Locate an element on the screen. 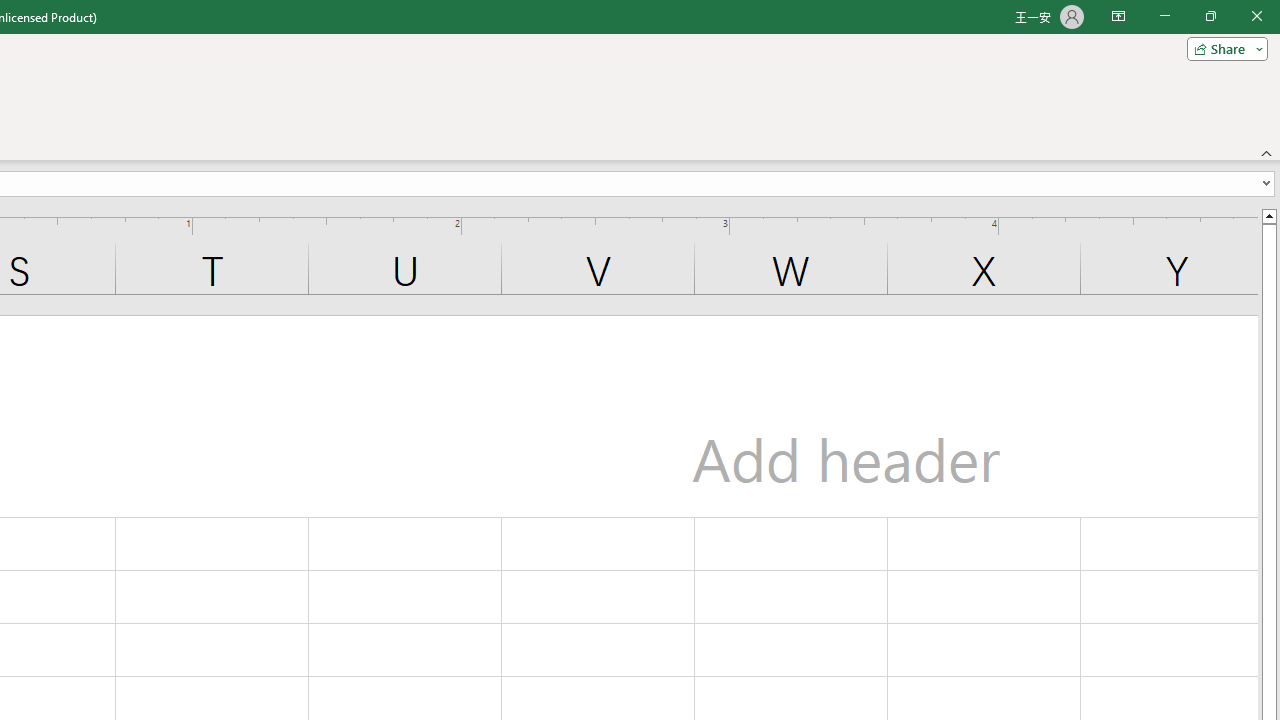 The height and width of the screenshot is (720, 1280). 'Minimize' is located at coordinates (1164, 16).